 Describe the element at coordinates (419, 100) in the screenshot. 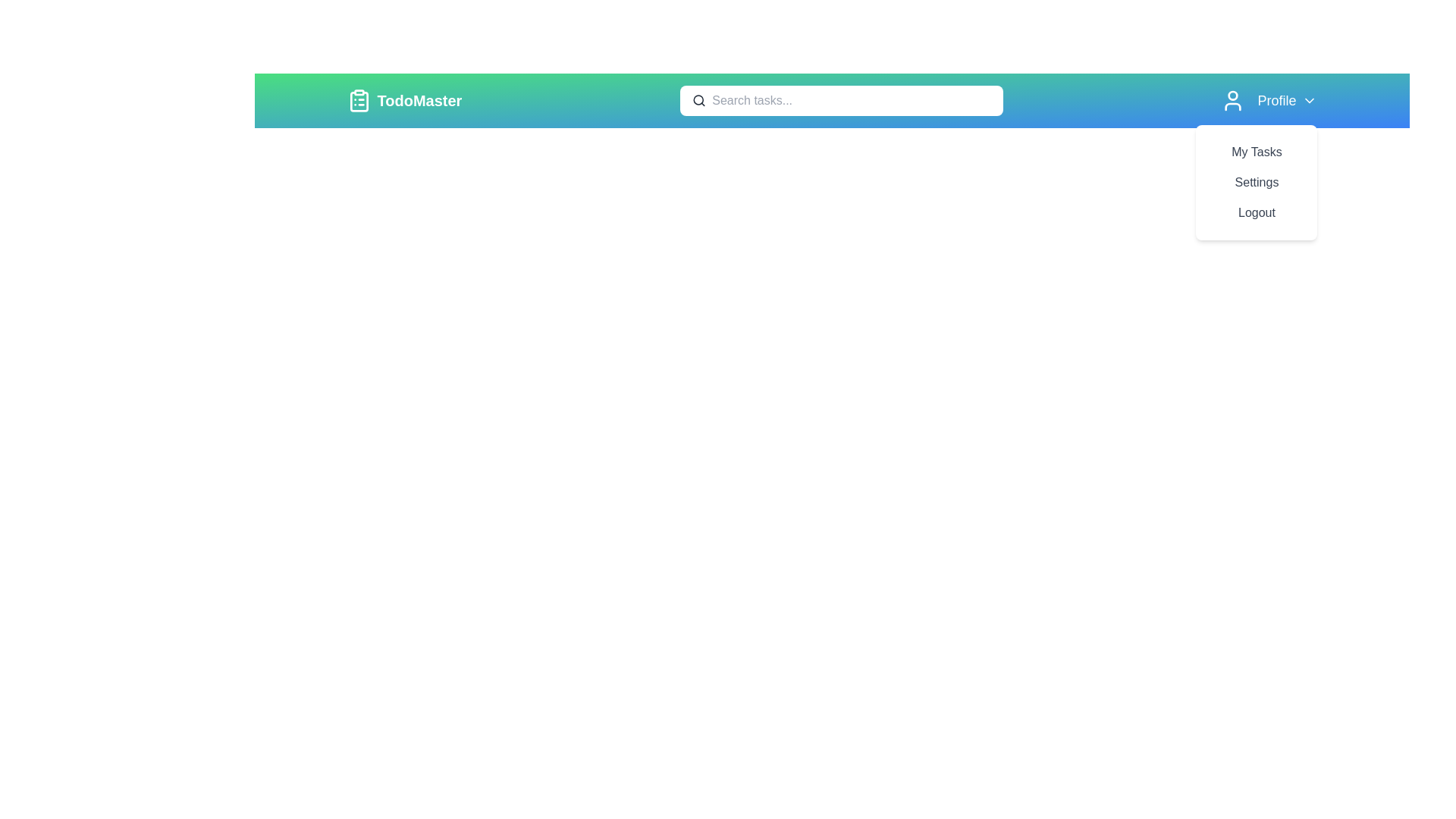

I see `the Text Label located in the top navigation bar, which serves as the title or branding for the application interface` at that location.